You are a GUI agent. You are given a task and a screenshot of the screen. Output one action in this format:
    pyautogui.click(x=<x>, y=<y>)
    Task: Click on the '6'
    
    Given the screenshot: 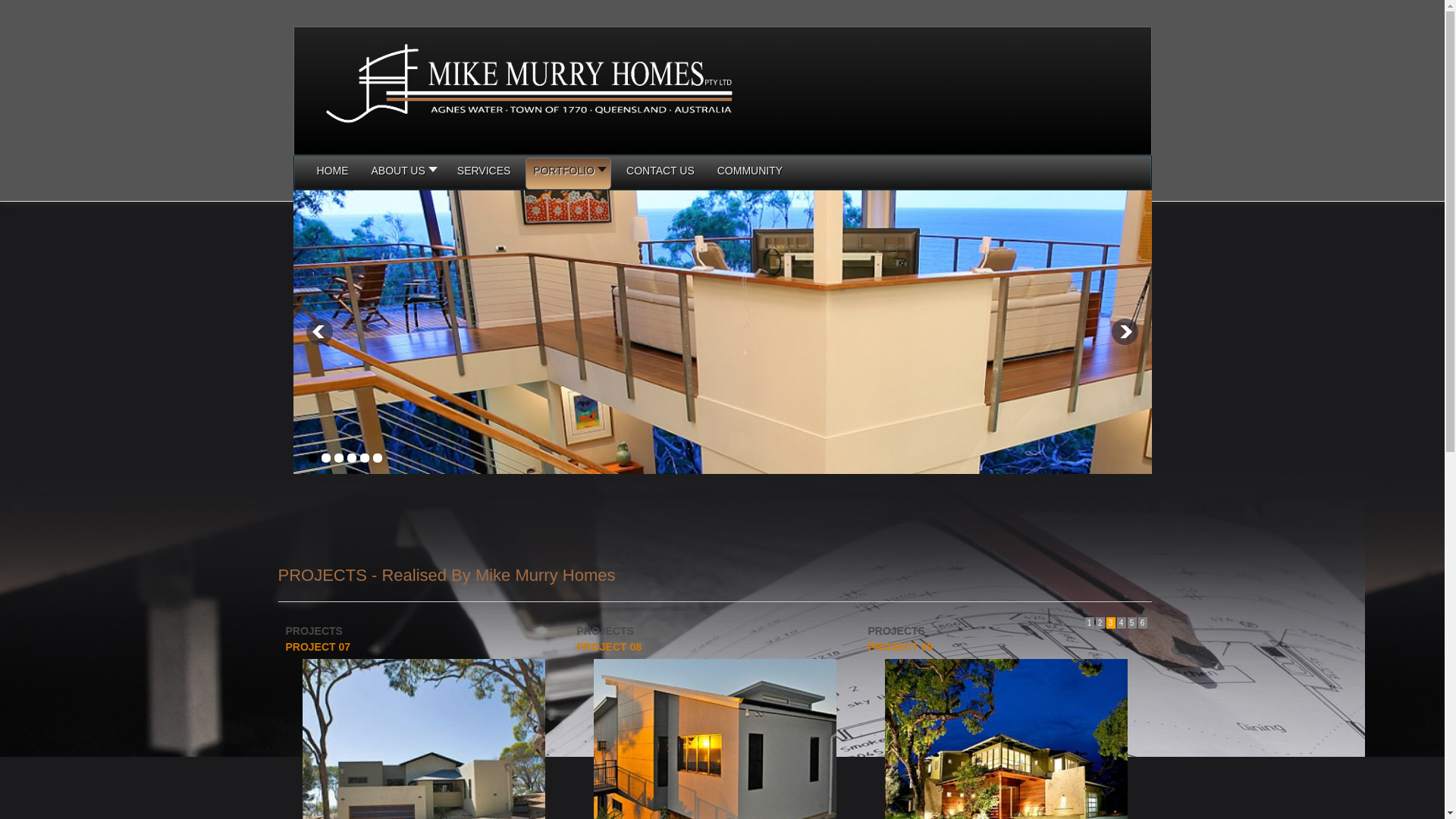 What is the action you would take?
    pyautogui.click(x=1142, y=623)
    